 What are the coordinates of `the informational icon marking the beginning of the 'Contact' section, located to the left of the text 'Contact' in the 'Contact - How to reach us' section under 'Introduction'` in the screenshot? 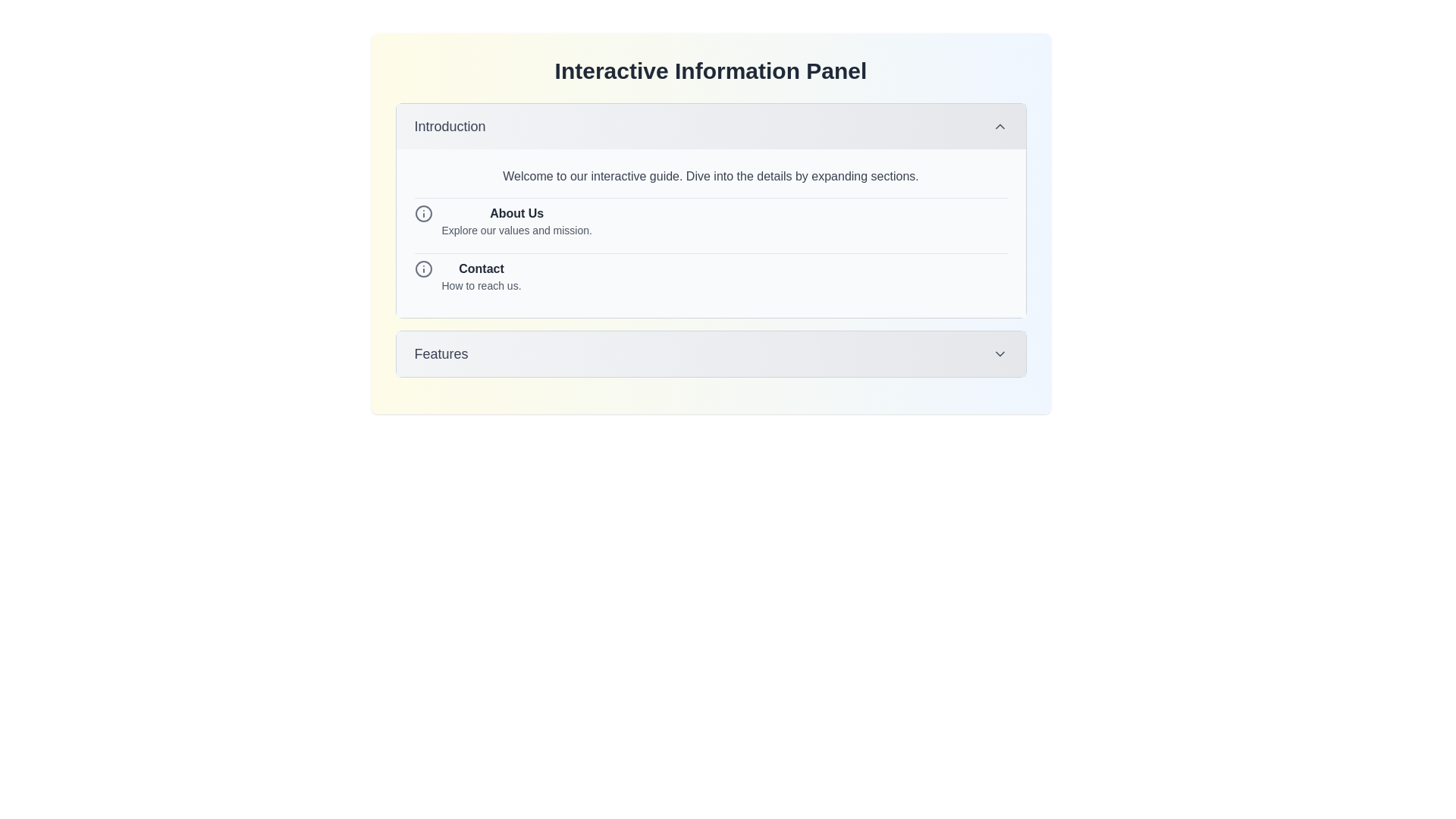 It's located at (423, 268).